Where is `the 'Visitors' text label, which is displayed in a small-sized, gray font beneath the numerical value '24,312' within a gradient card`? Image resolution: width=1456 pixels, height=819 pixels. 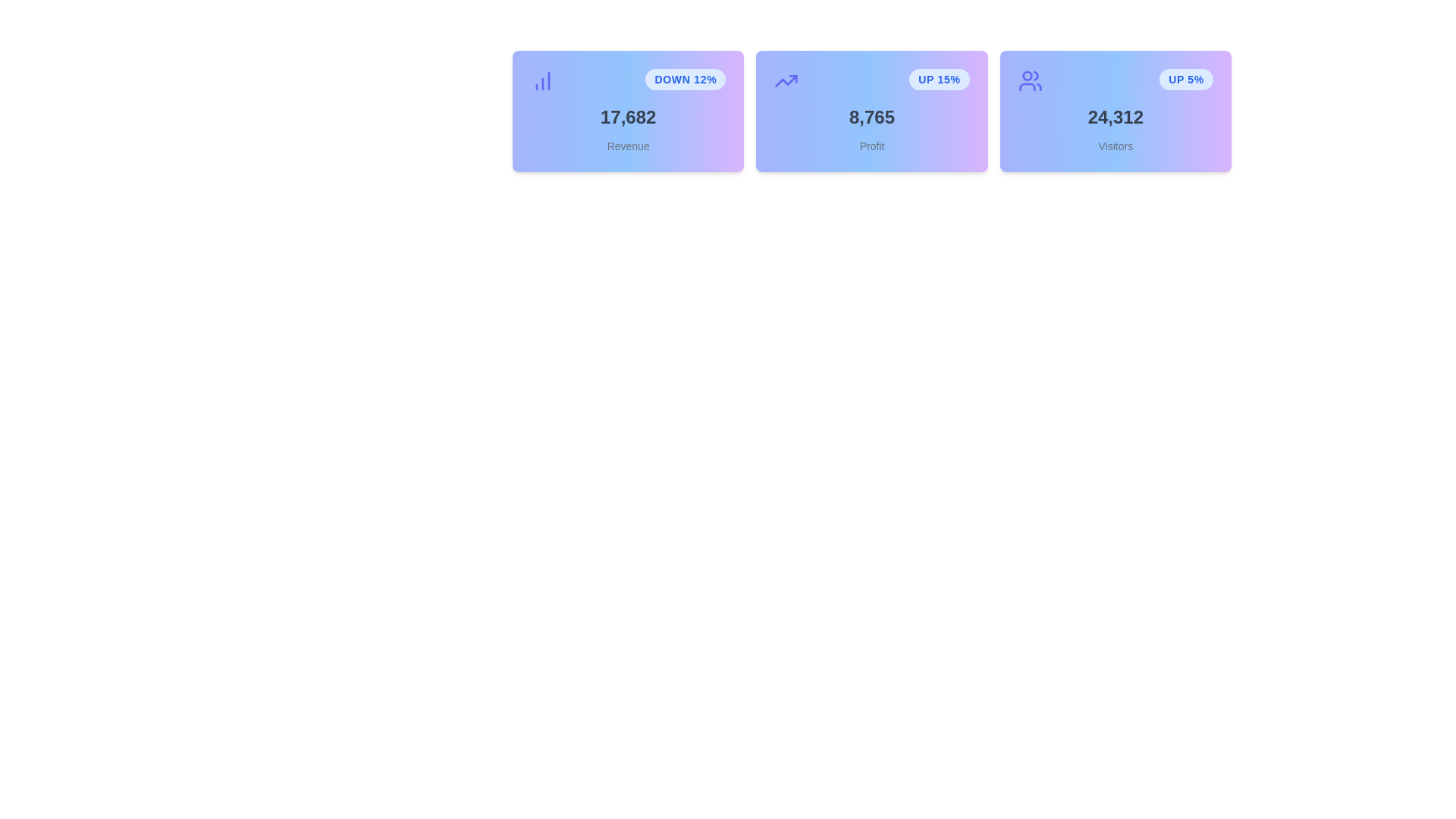
the 'Visitors' text label, which is displayed in a small-sized, gray font beneath the numerical value '24,312' within a gradient card is located at coordinates (1116, 146).